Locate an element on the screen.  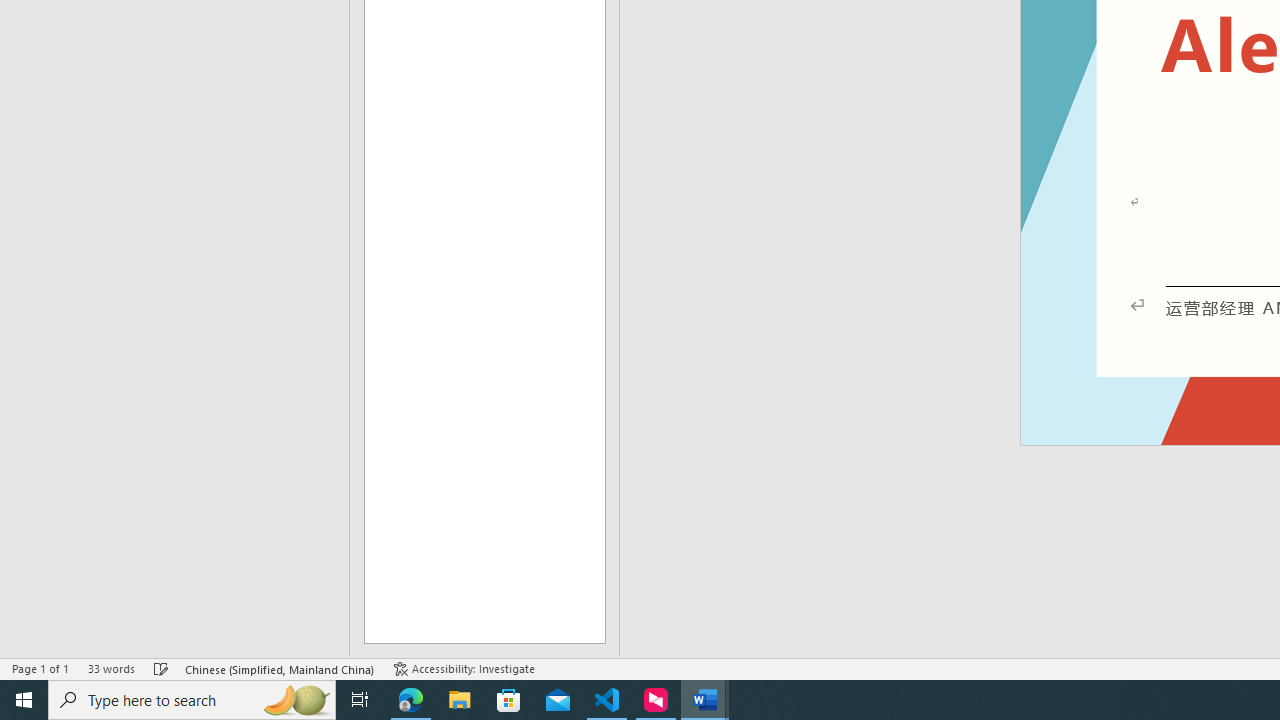
'Page Number Page 1 of 1' is located at coordinates (40, 669).